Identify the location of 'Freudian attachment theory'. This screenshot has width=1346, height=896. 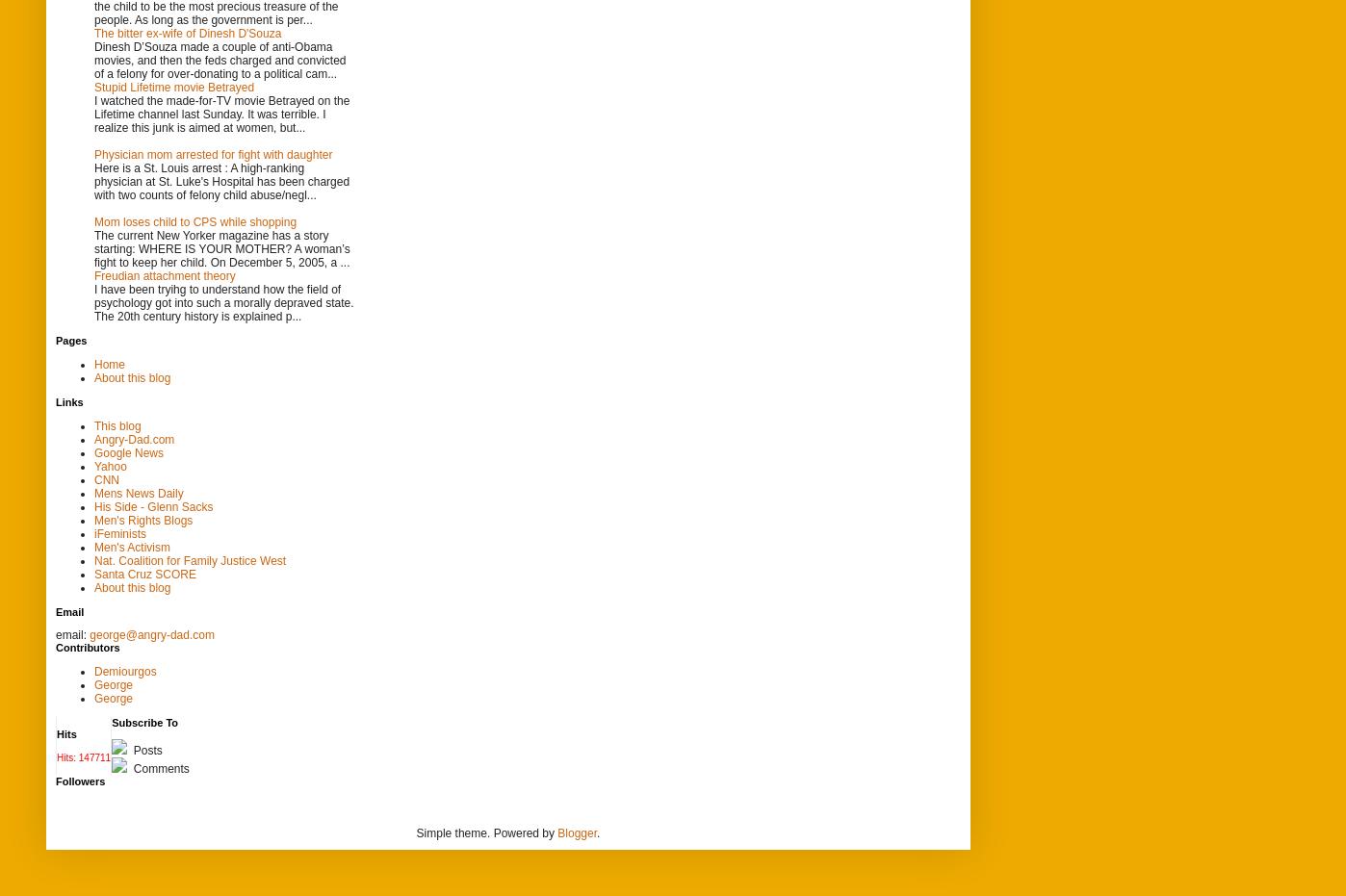
(164, 274).